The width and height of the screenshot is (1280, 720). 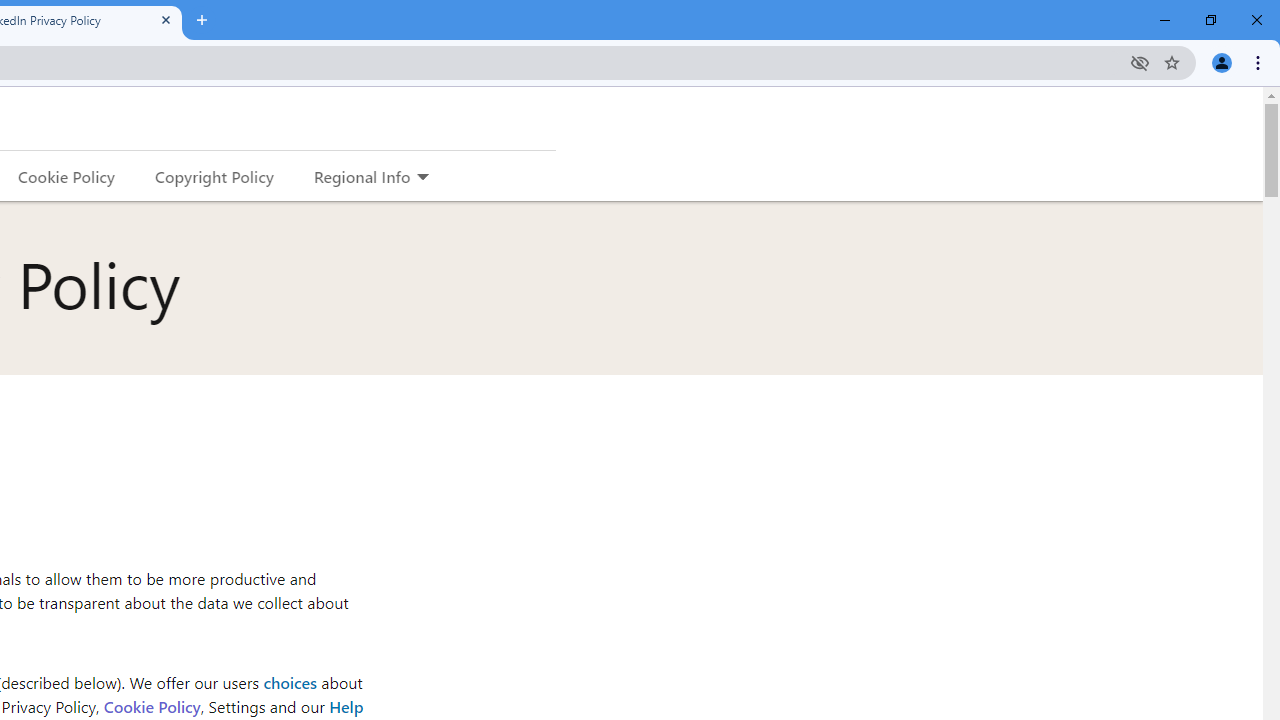 I want to click on 'Expand to show more links for Regional Info', so click(x=421, y=177).